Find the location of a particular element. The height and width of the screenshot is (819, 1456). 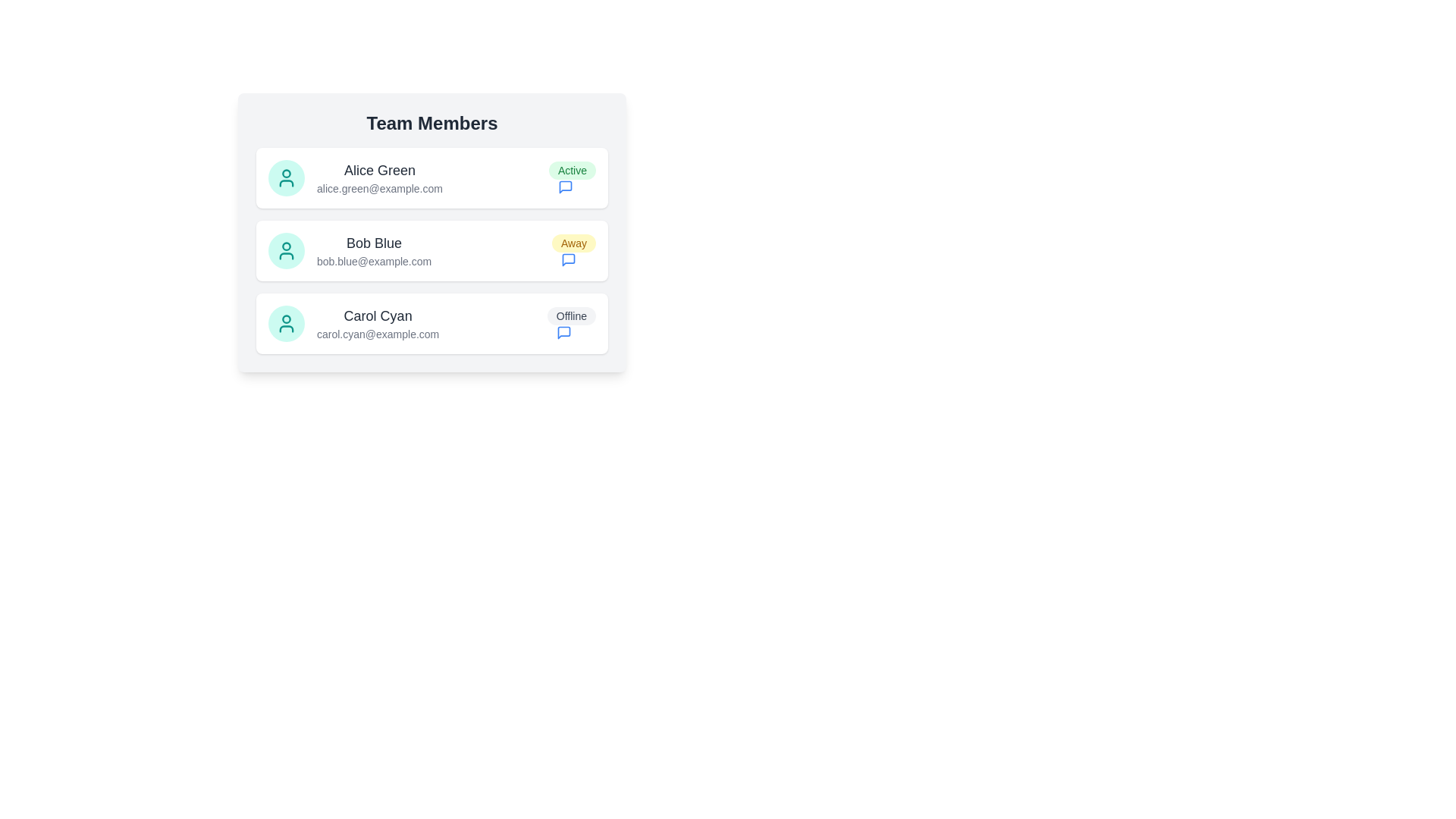

the text display identifying a team member, which includes their name and email, located in the item card under 'Team Members' is located at coordinates (379, 177).